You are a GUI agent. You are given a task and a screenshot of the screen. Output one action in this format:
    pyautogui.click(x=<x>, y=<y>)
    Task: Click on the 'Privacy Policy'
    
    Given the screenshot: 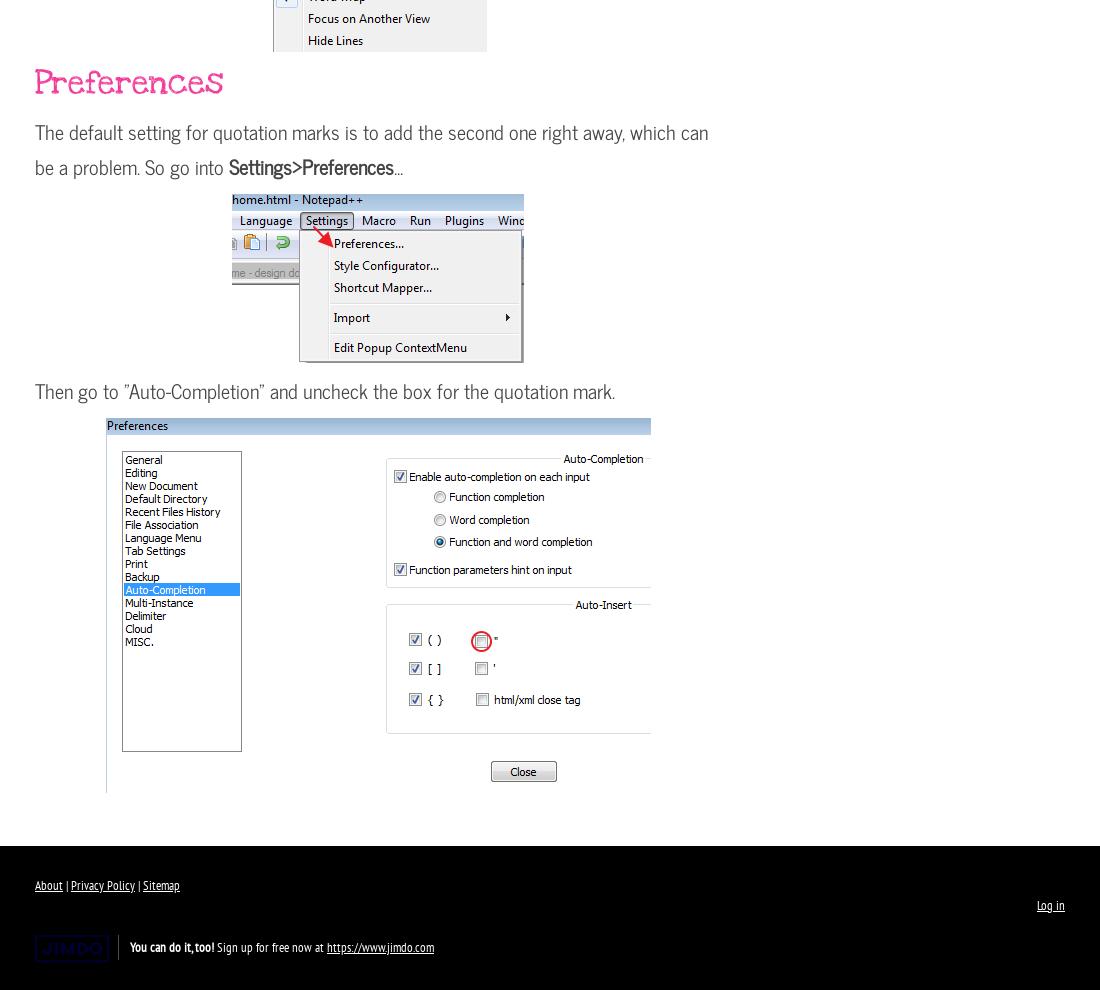 What is the action you would take?
    pyautogui.click(x=102, y=885)
    